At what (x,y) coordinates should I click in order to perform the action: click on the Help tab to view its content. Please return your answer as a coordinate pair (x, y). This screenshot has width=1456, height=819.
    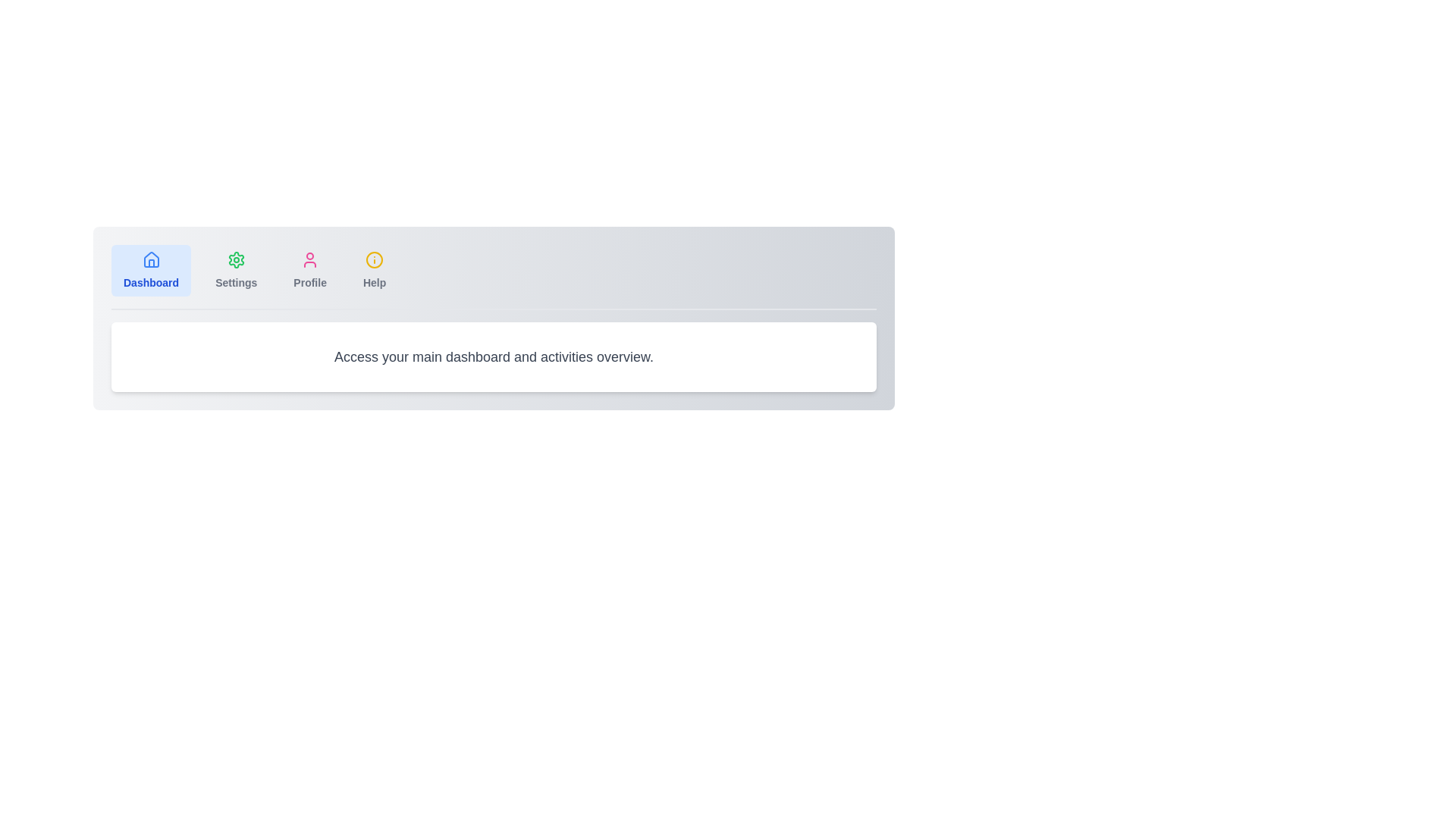
    Looking at the image, I should click on (375, 270).